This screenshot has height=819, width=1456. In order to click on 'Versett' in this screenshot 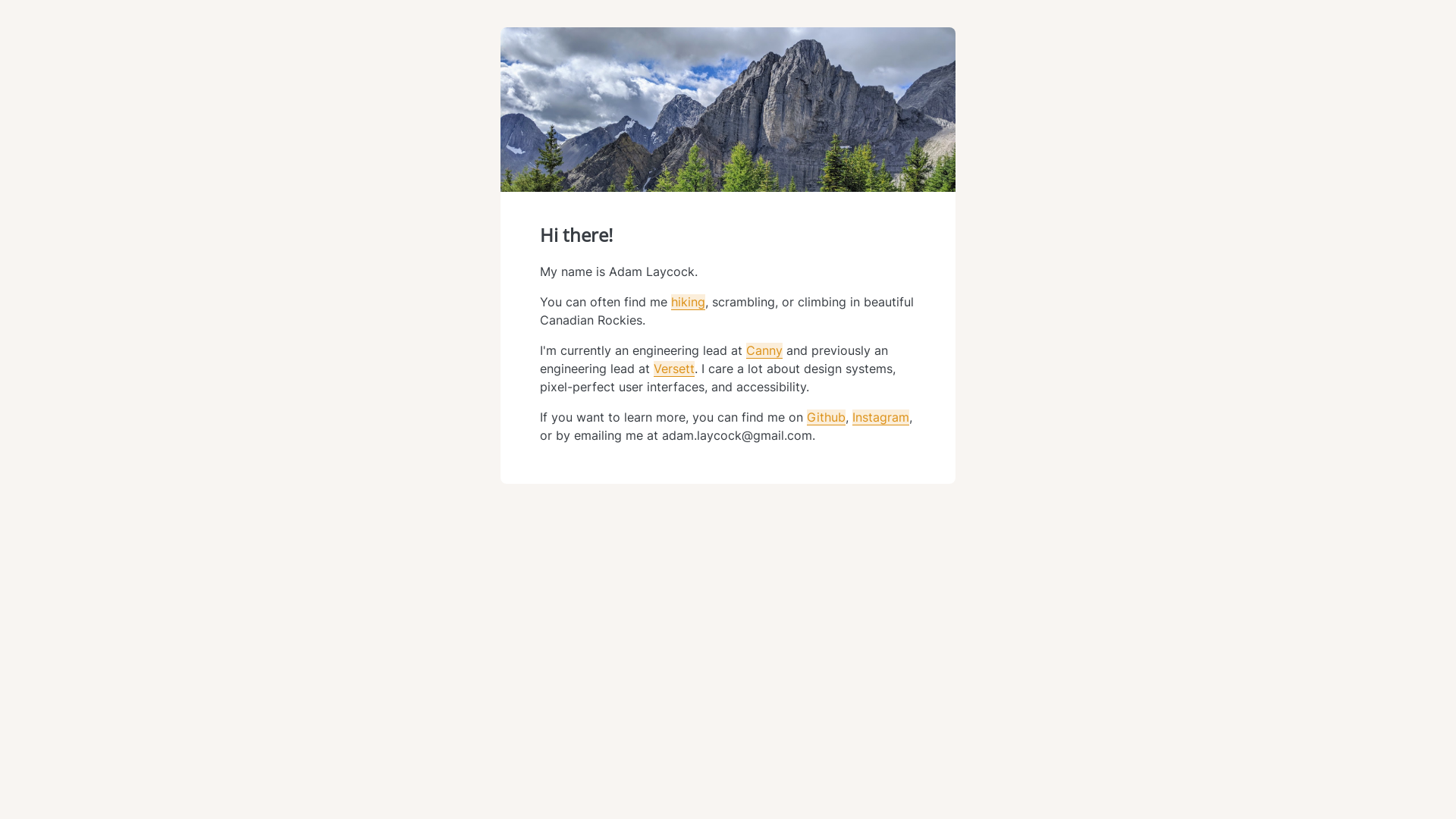, I will do `click(673, 369)`.